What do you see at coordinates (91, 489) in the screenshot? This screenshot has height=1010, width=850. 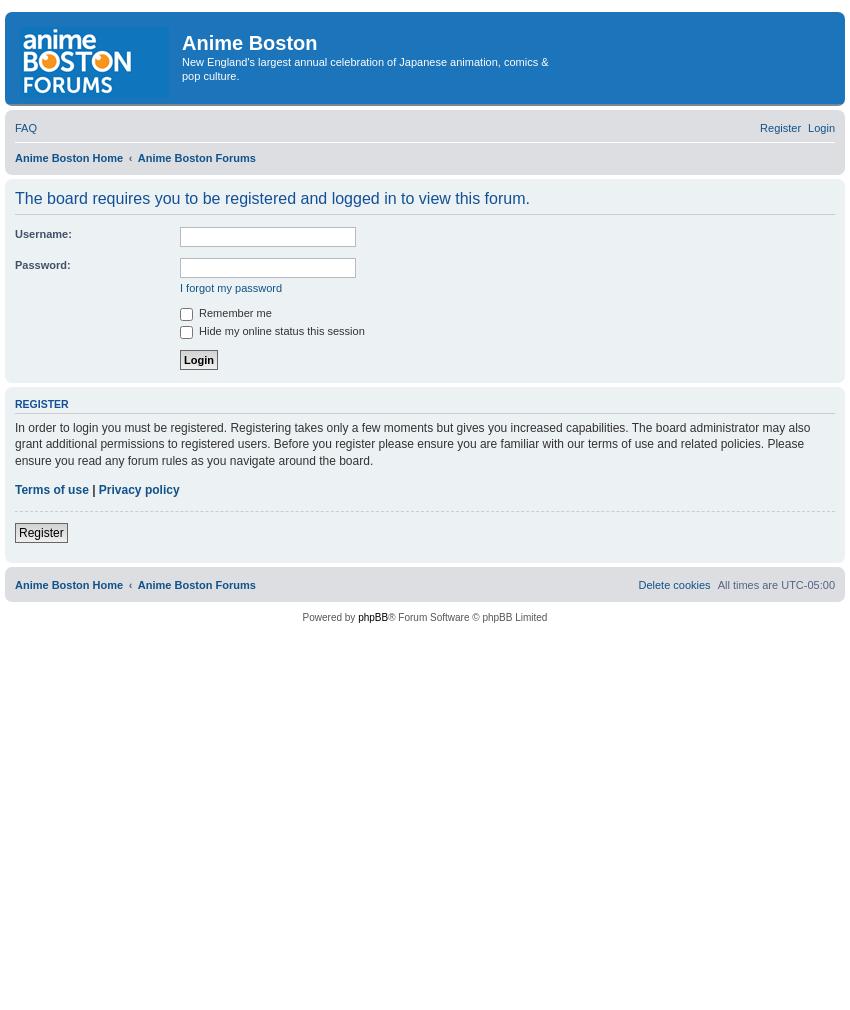 I see `'|'` at bounding box center [91, 489].